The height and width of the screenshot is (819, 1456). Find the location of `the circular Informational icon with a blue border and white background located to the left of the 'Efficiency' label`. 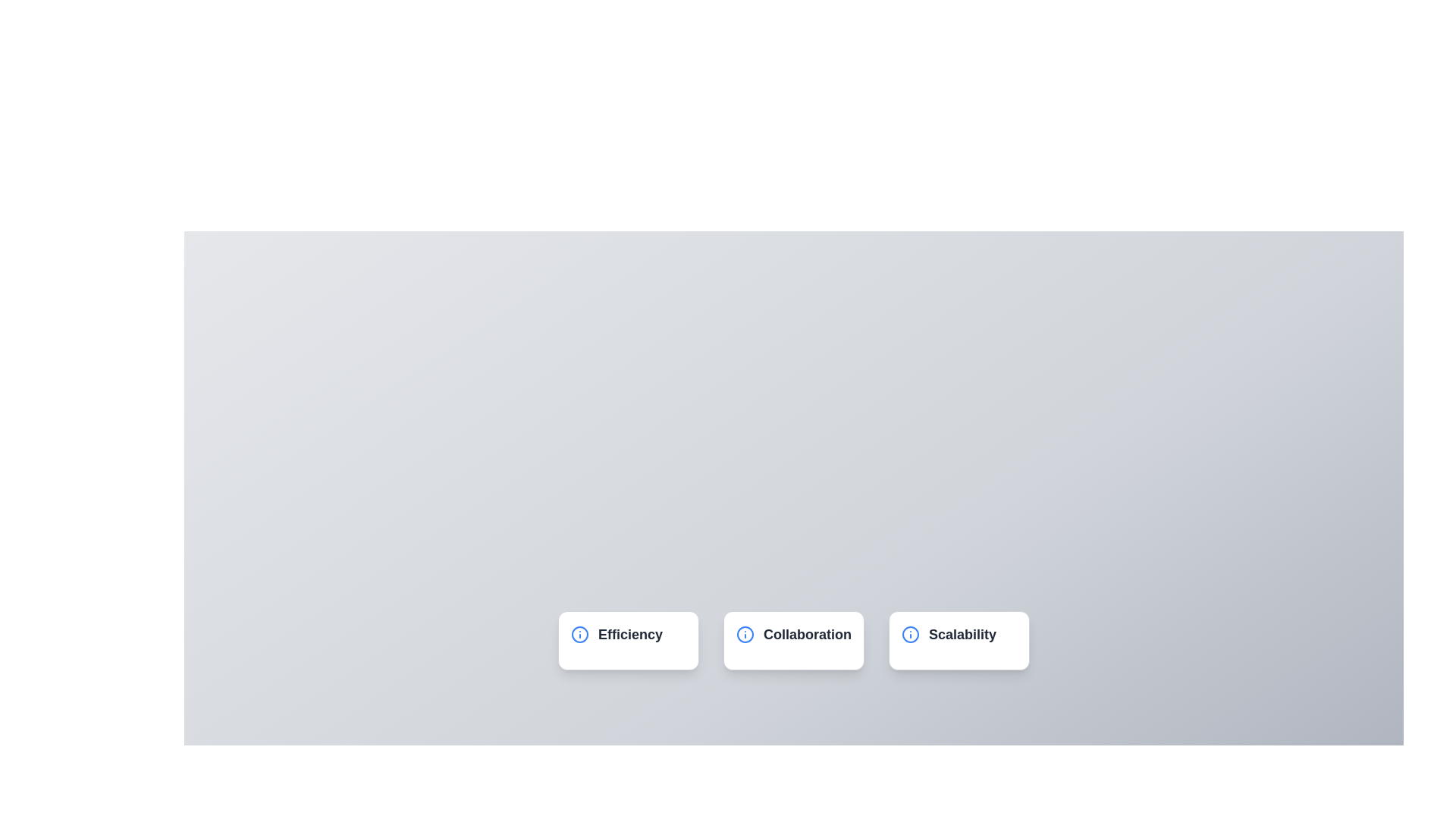

the circular Informational icon with a blue border and white background located to the left of the 'Efficiency' label is located at coordinates (579, 635).